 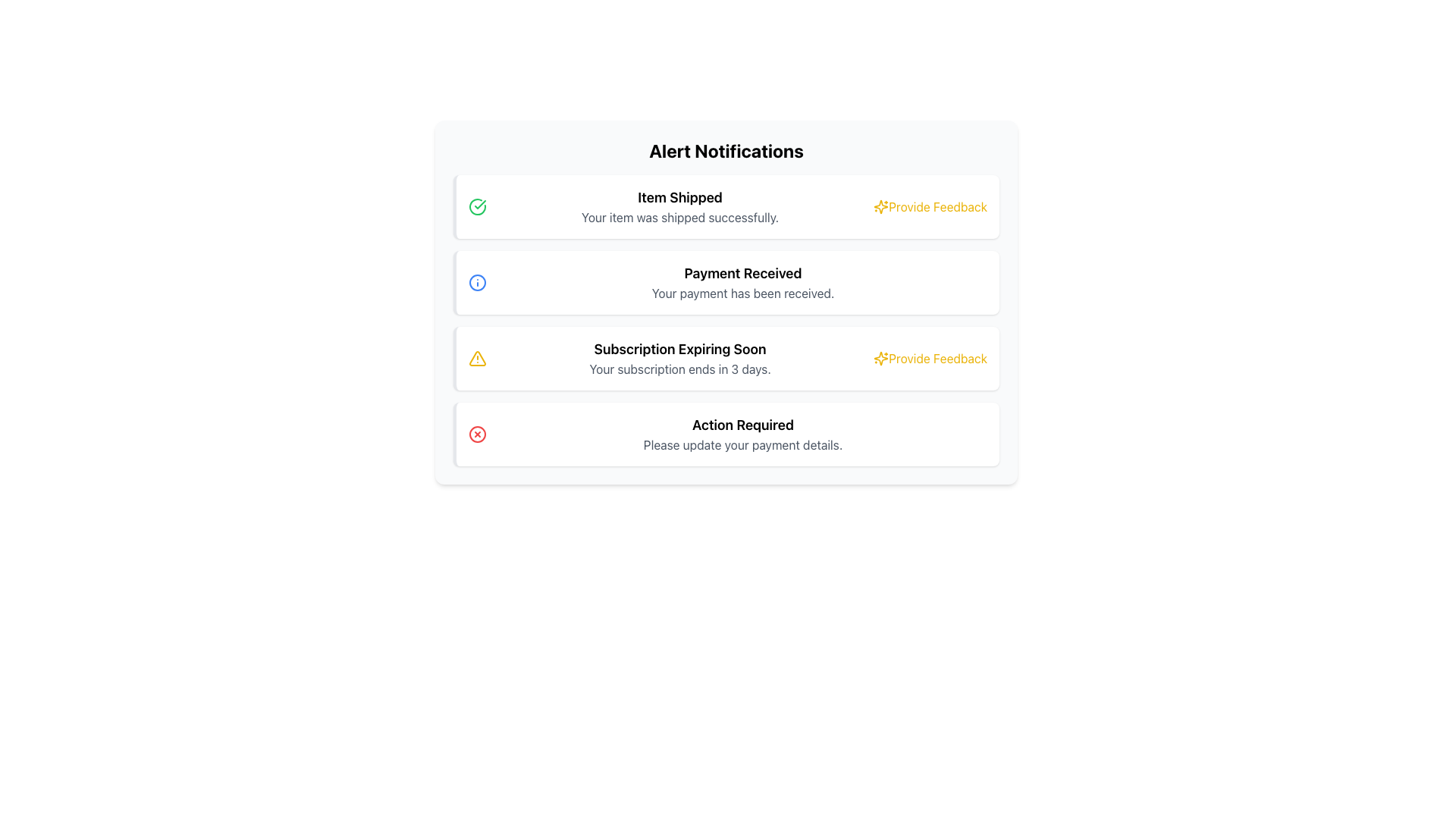 What do you see at coordinates (742, 274) in the screenshot?
I see `the 'Payment Received' text label, which is the top line of text in the second alert box from the top` at bounding box center [742, 274].